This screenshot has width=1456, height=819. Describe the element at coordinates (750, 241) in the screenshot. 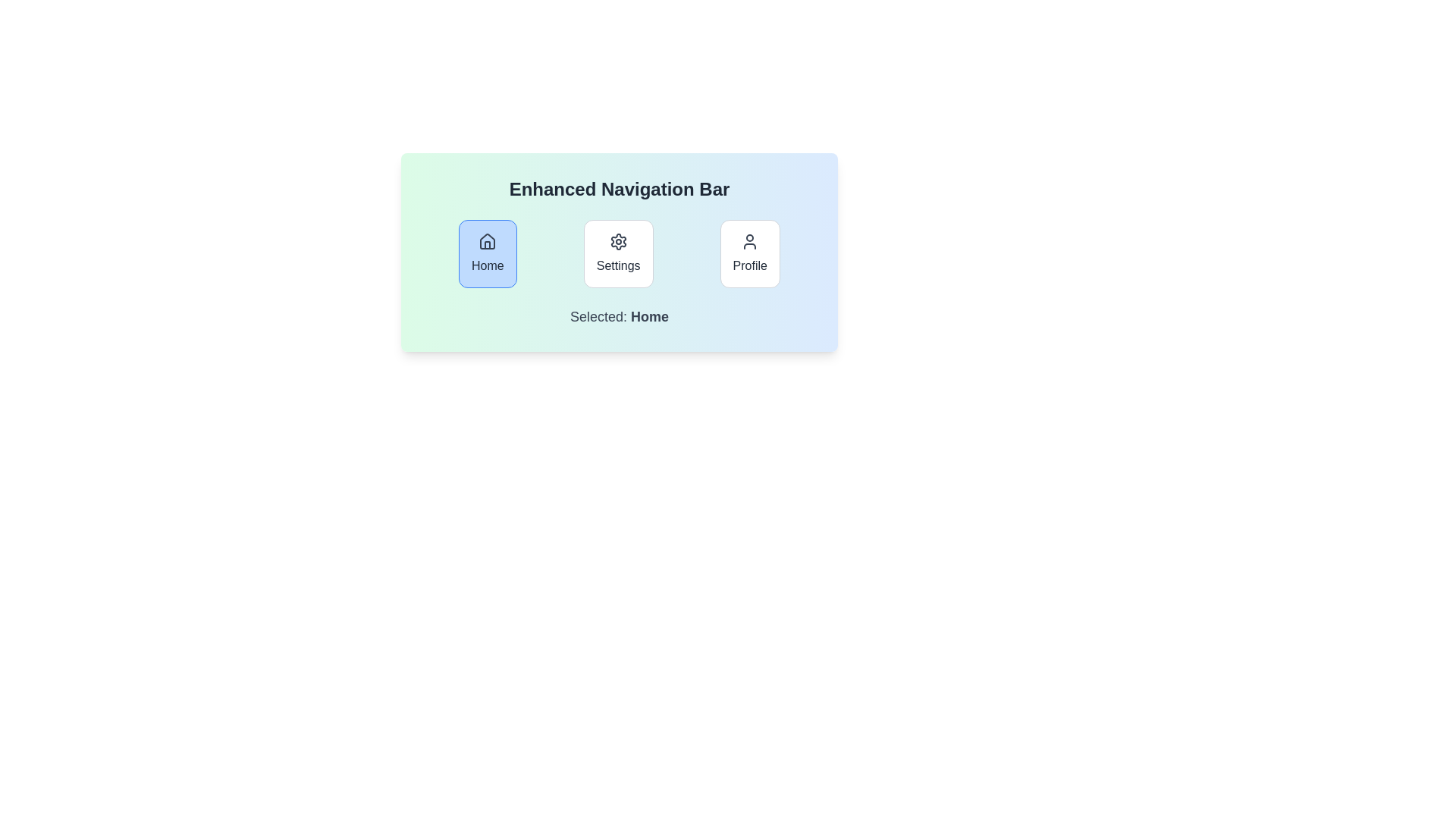

I see `the user profile indicator icon located on the right side of the navigation bar, which visually represents the 'Profile' button` at that location.